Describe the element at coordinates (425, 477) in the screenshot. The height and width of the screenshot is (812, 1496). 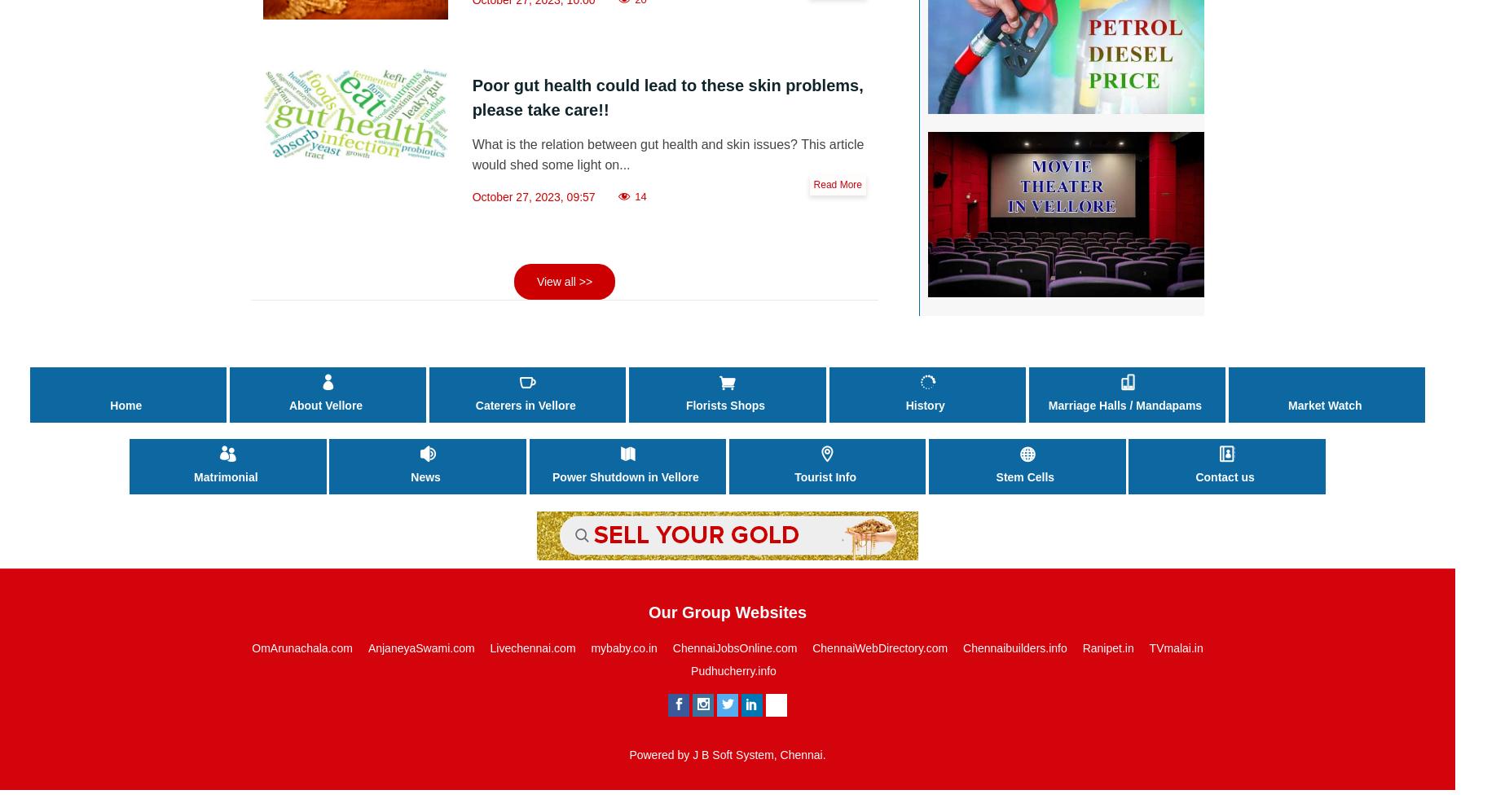
I see `'News'` at that location.